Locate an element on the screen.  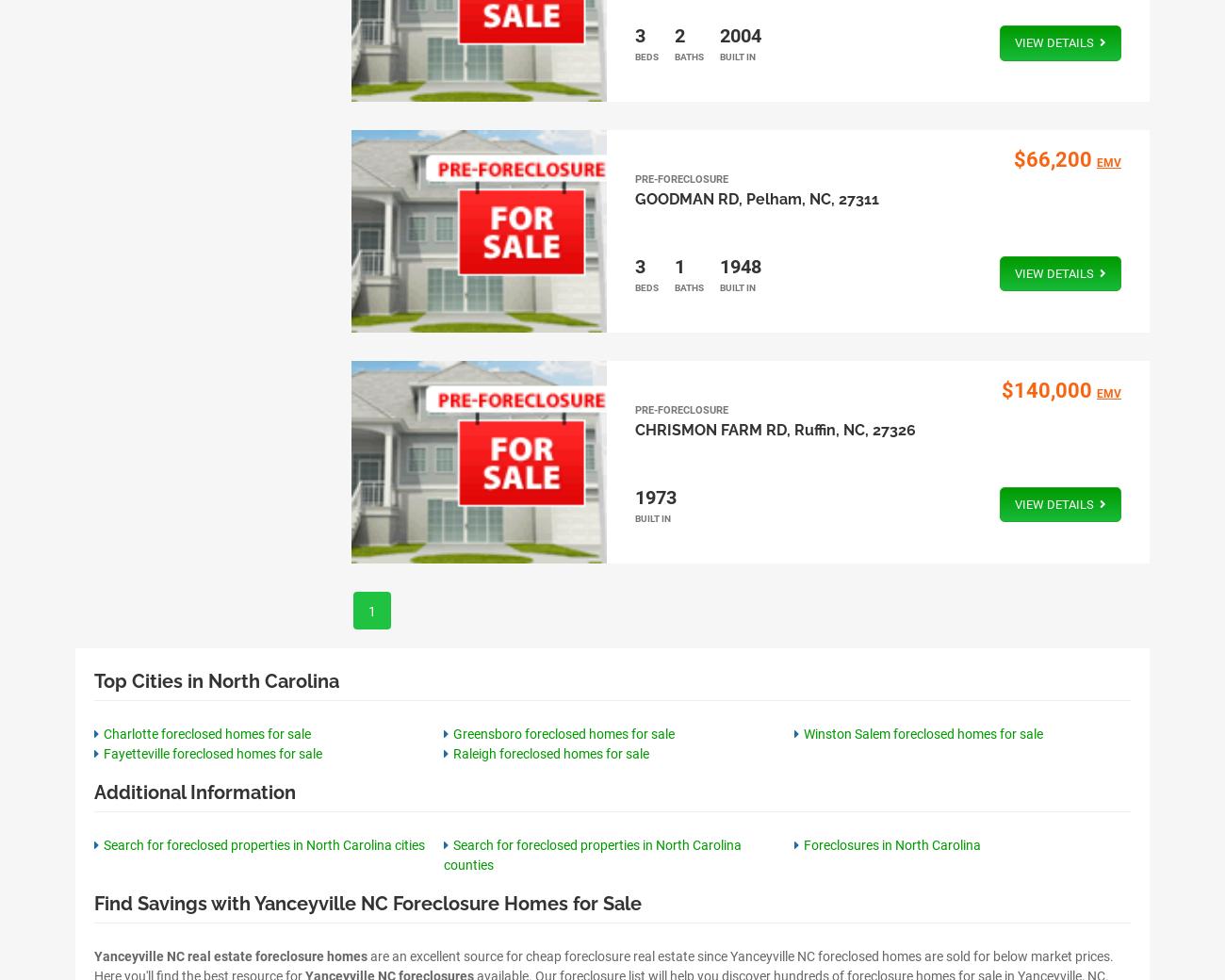
'Raleigh foreclosed homes for sale' is located at coordinates (452, 752).